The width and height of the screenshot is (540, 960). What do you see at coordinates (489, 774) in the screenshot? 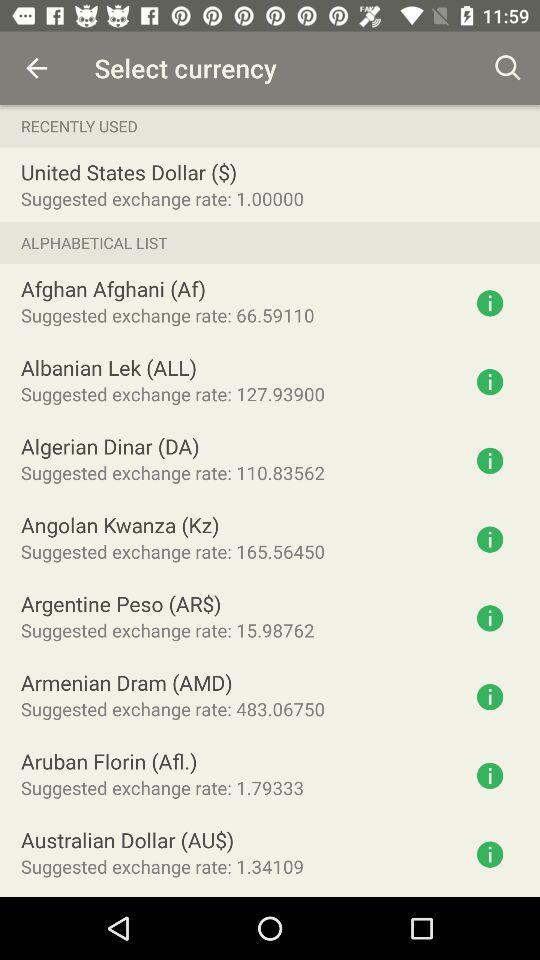
I see `more information` at bounding box center [489, 774].